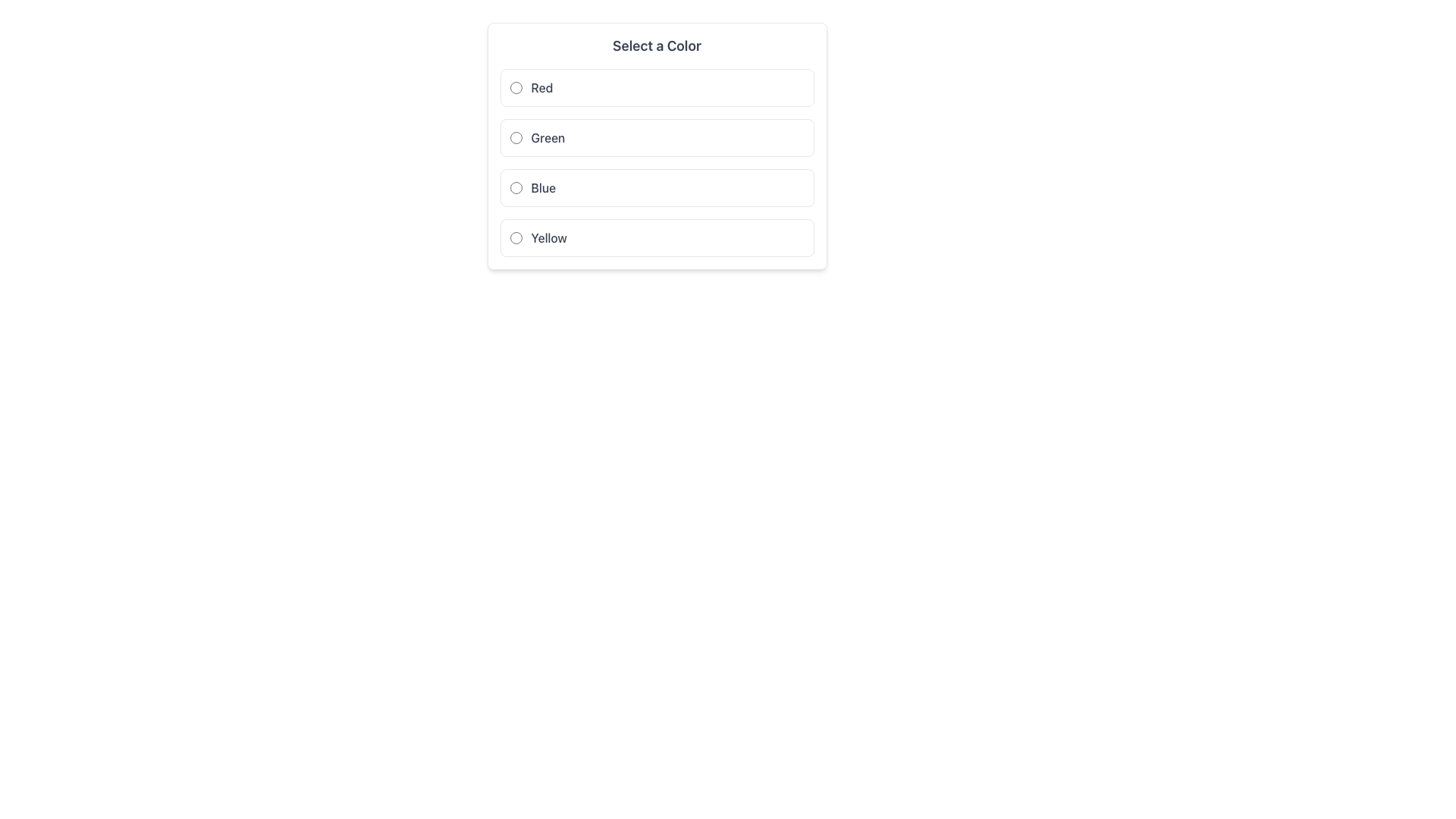 The image size is (1456, 819). What do you see at coordinates (516, 137) in the screenshot?
I see `the radio button labeled 'Green'` at bounding box center [516, 137].